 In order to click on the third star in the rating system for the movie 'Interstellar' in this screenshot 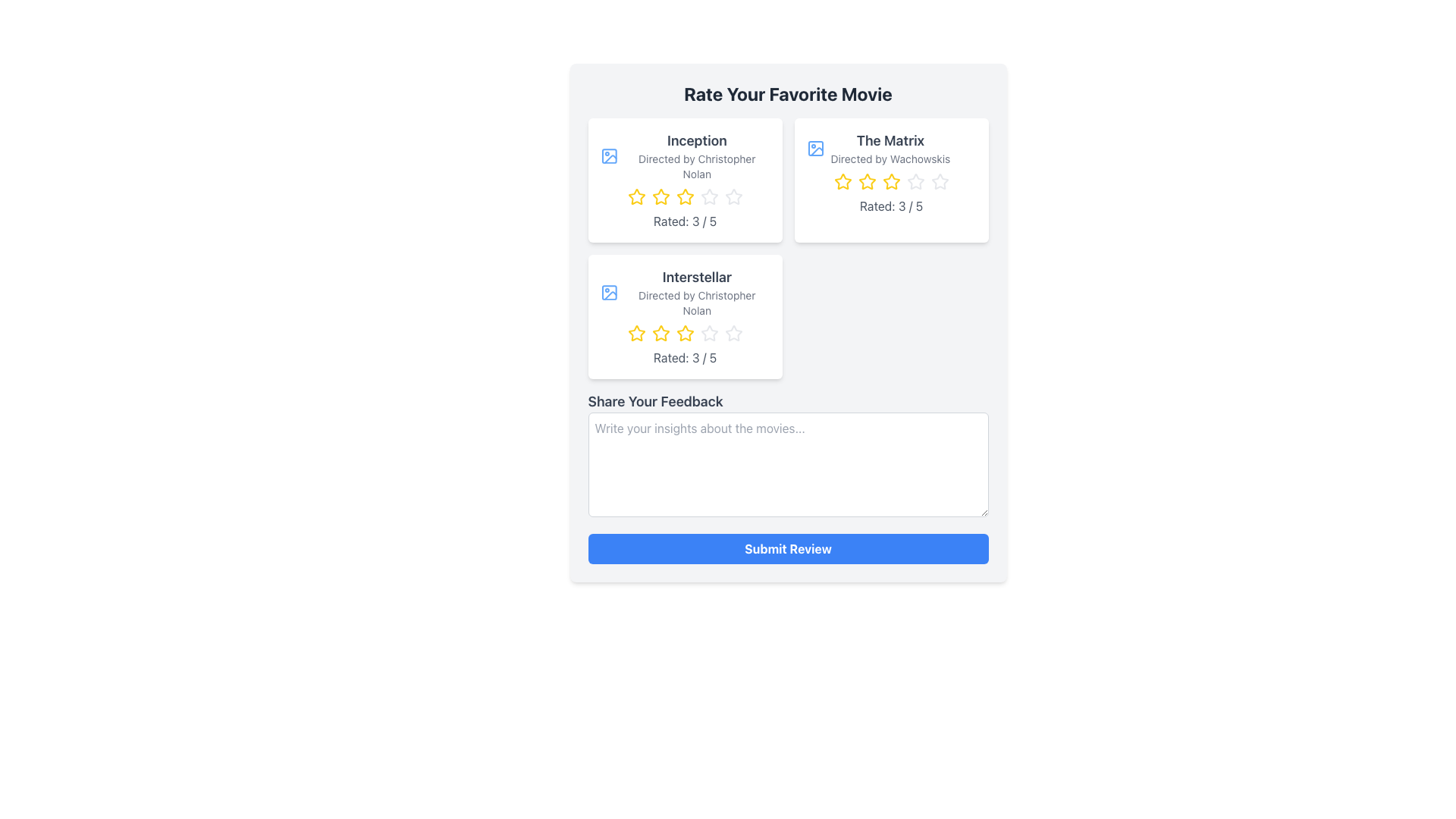, I will do `click(661, 332)`.